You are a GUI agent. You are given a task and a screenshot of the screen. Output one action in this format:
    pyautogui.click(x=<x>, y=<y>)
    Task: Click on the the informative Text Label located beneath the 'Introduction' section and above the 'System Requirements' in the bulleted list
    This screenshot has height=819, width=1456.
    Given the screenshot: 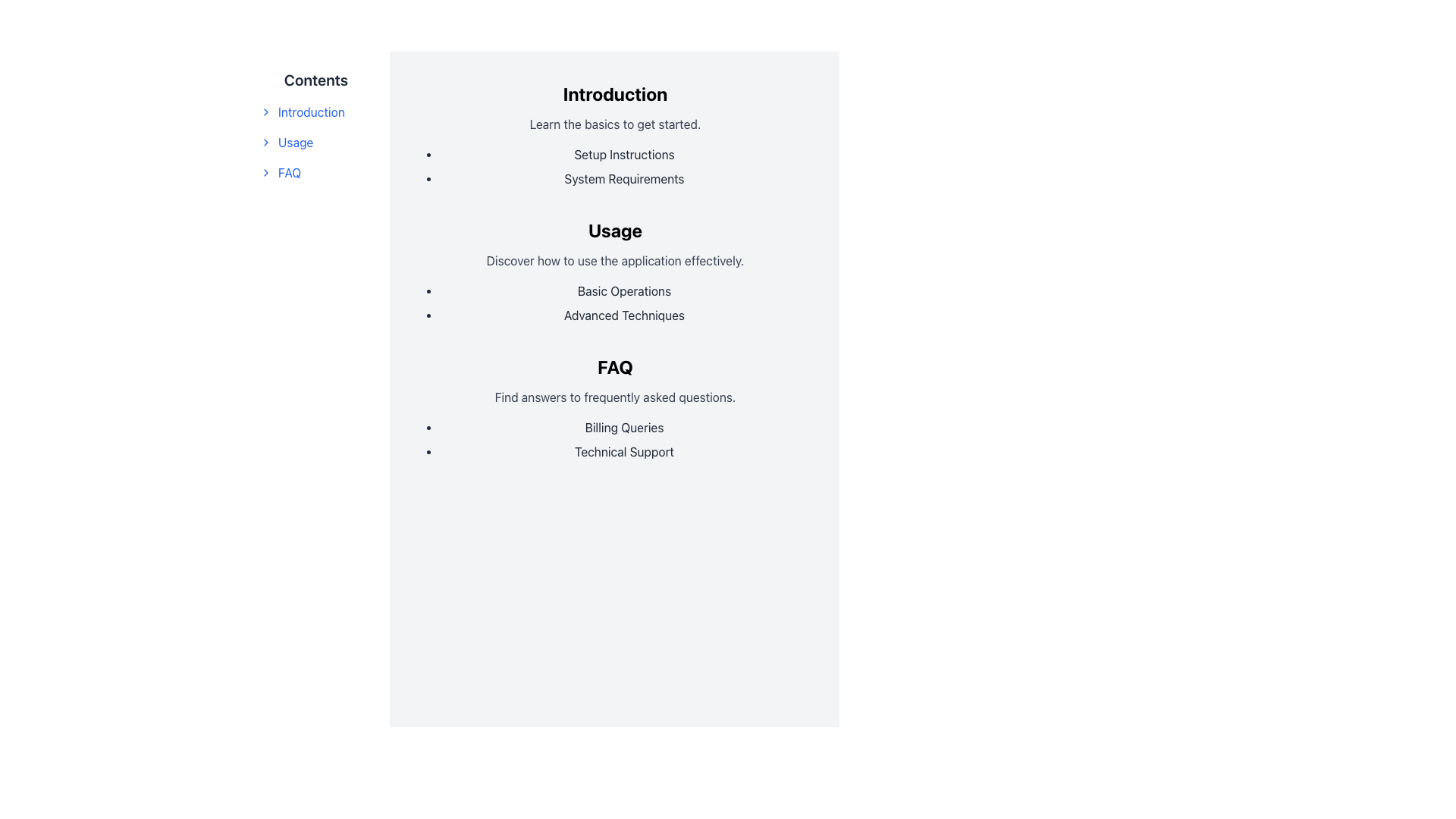 What is the action you would take?
    pyautogui.click(x=624, y=155)
    